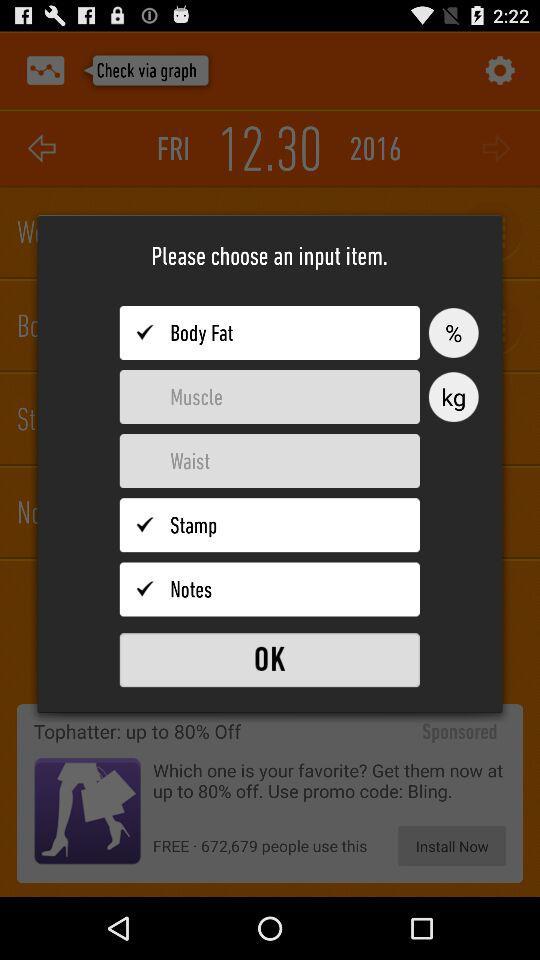 This screenshot has width=540, height=960. I want to click on waist size, so click(269, 461).